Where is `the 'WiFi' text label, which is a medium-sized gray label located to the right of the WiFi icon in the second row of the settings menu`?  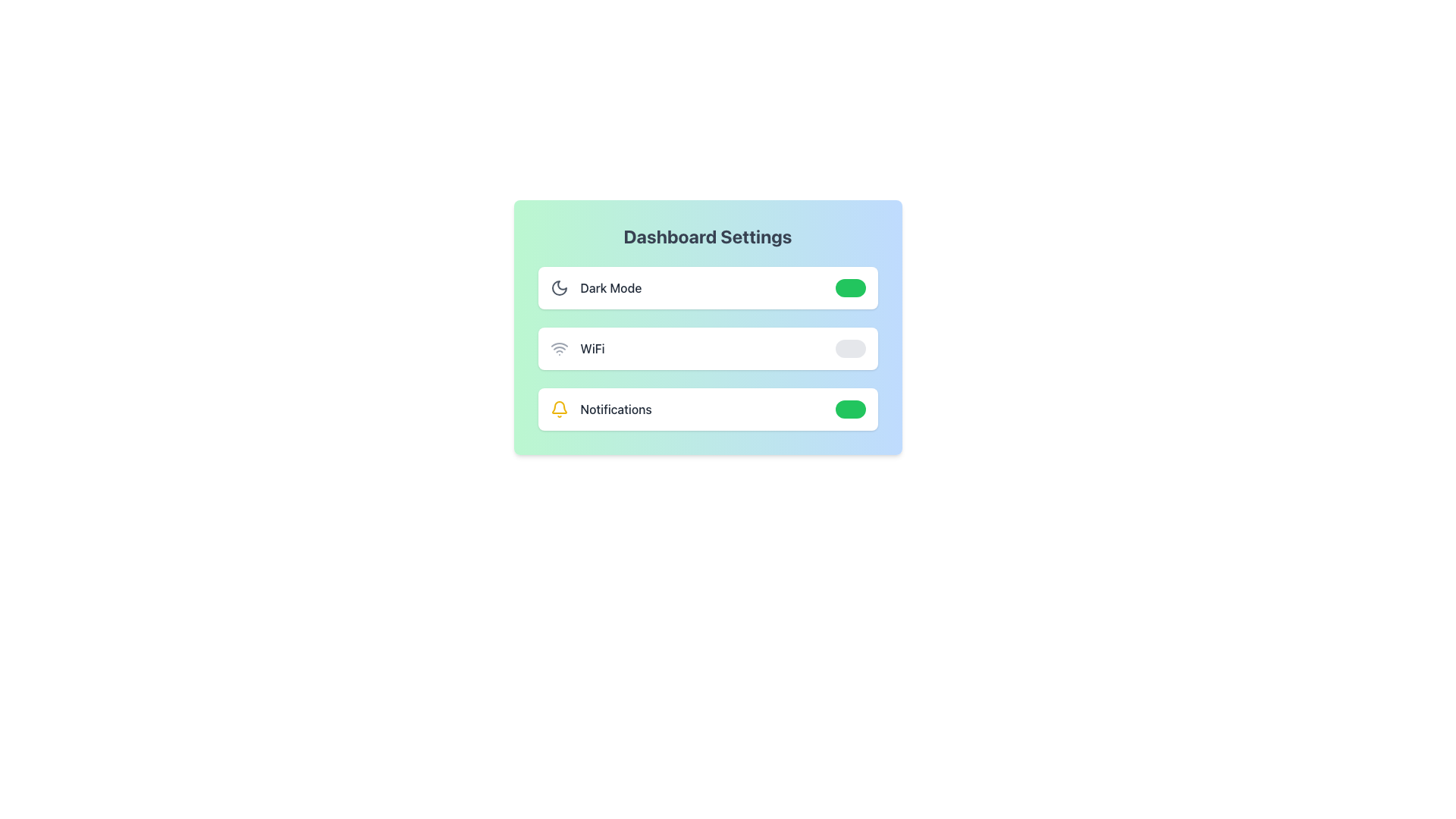 the 'WiFi' text label, which is a medium-sized gray label located to the right of the WiFi icon in the second row of the settings menu is located at coordinates (591, 348).